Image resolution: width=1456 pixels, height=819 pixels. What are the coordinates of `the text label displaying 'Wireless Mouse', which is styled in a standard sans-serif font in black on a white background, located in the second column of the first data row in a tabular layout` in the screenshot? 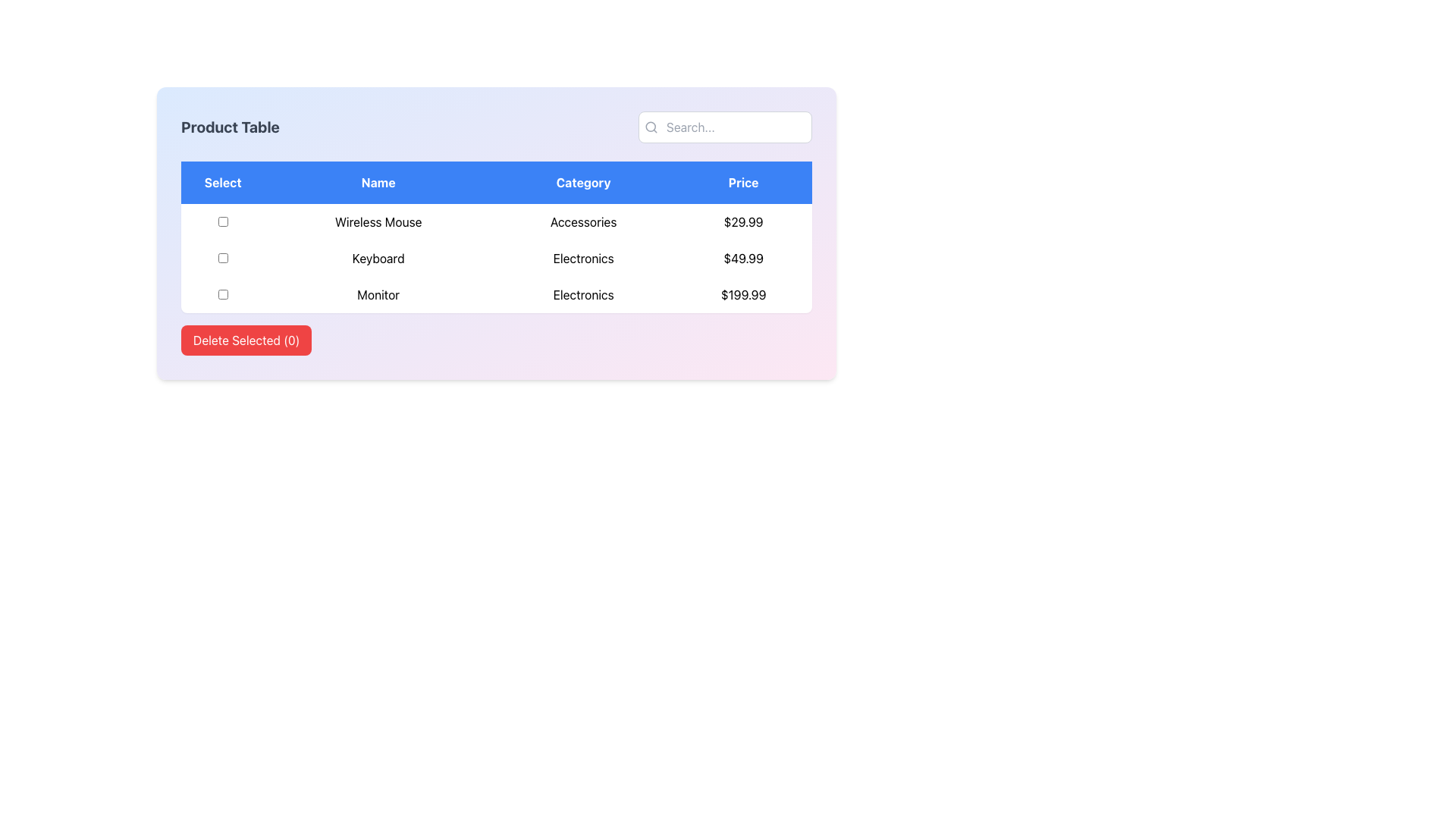 It's located at (378, 222).